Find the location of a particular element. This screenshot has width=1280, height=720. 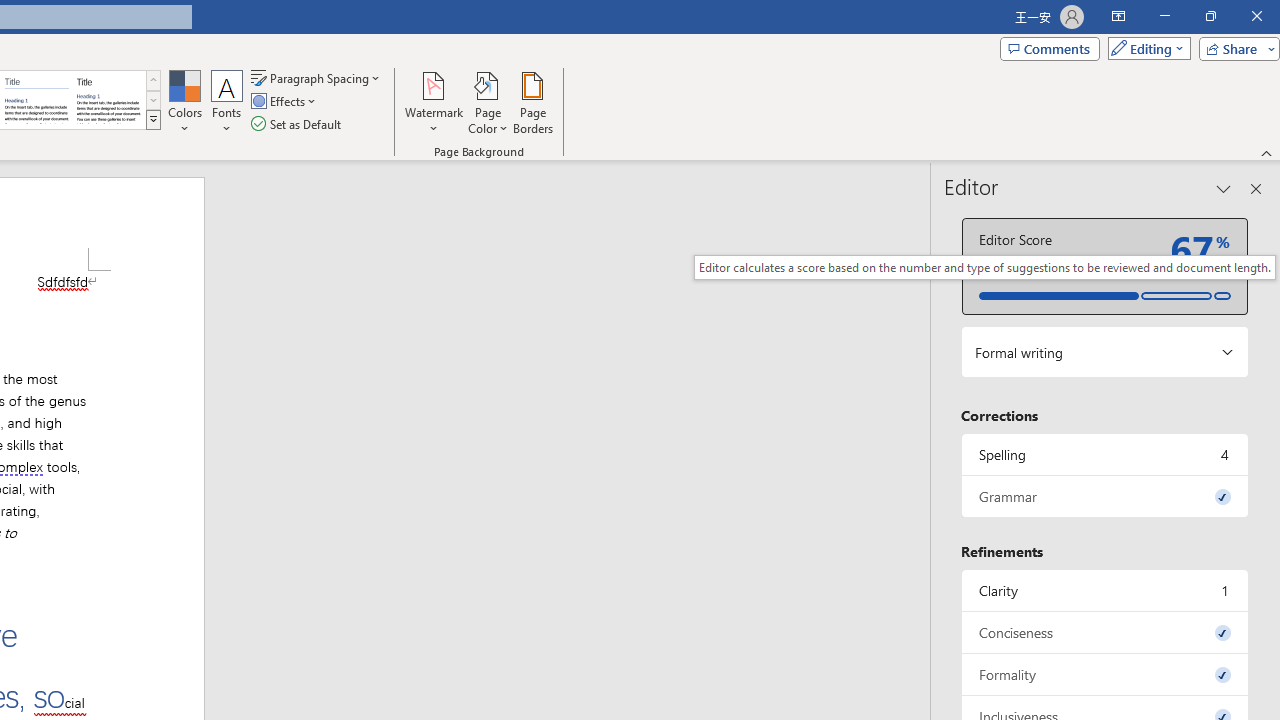

'Editor Score 67%' is located at coordinates (1104, 265).